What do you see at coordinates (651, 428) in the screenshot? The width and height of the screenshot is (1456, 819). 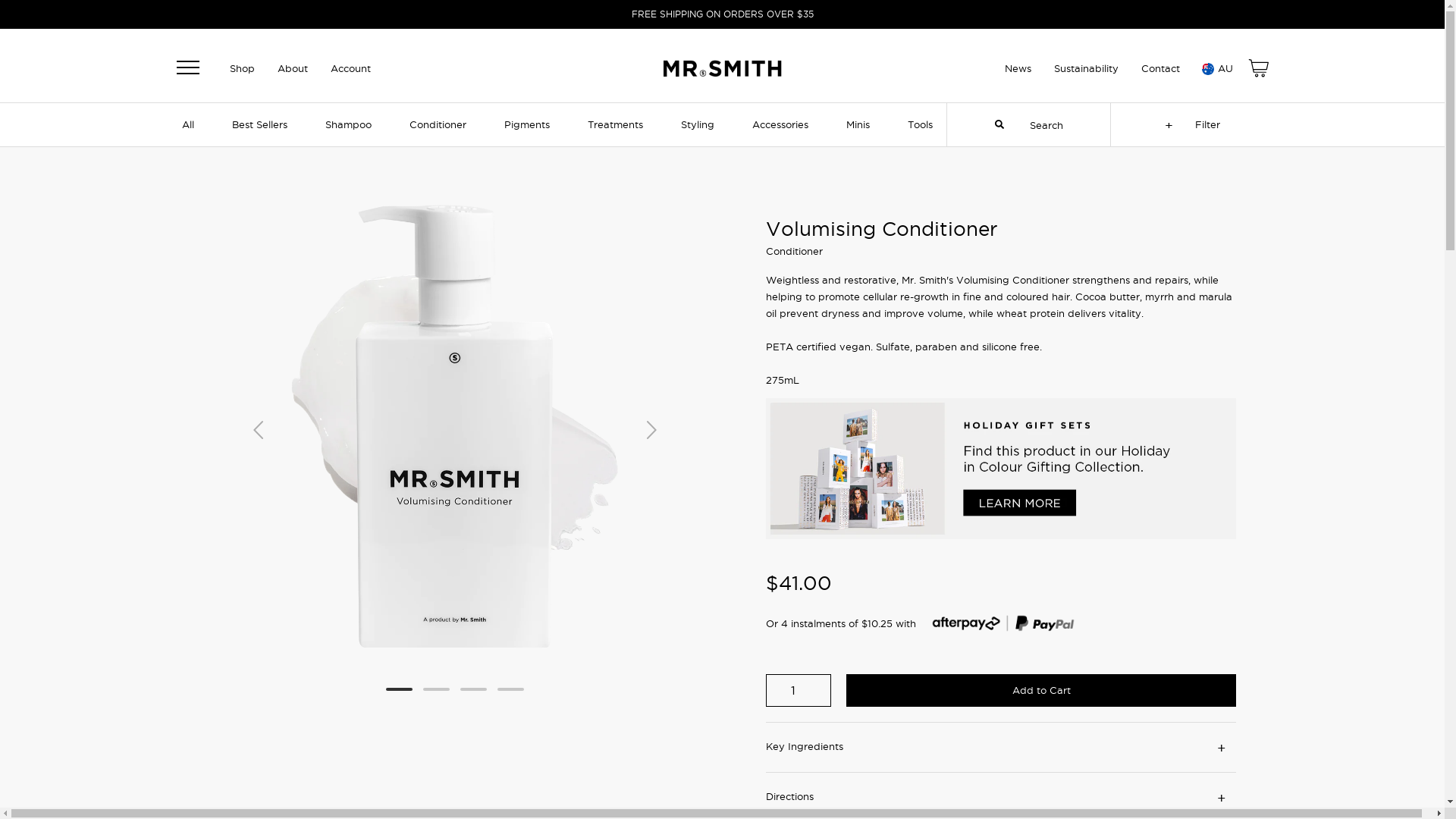 I see `'Next'` at bounding box center [651, 428].